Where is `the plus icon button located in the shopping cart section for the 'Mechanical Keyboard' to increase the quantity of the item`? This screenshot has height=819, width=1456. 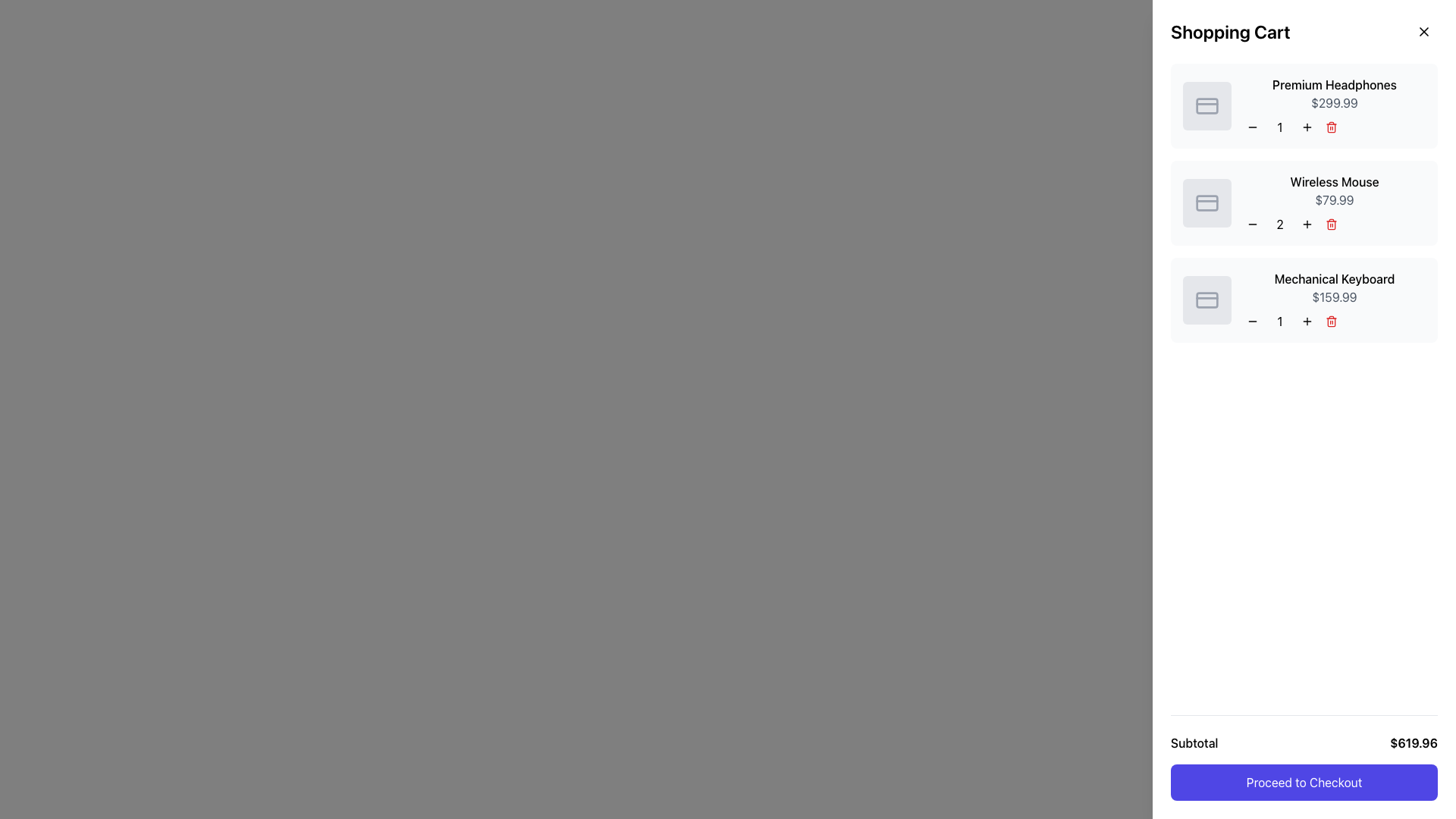
the plus icon button located in the shopping cart section for the 'Mechanical Keyboard' to increase the quantity of the item is located at coordinates (1306, 321).